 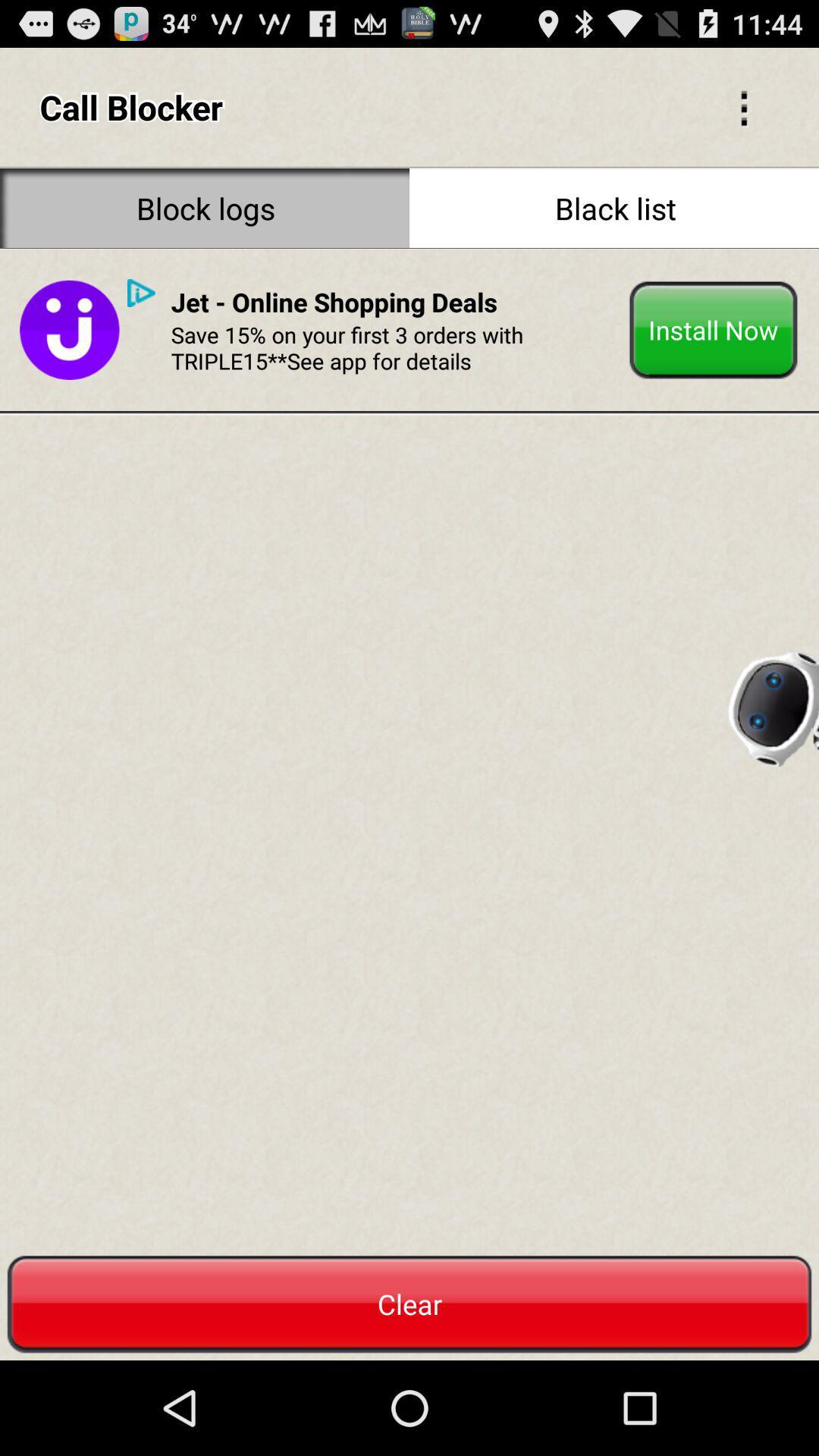 What do you see at coordinates (333, 302) in the screenshot?
I see `icon above save 15 on icon` at bounding box center [333, 302].